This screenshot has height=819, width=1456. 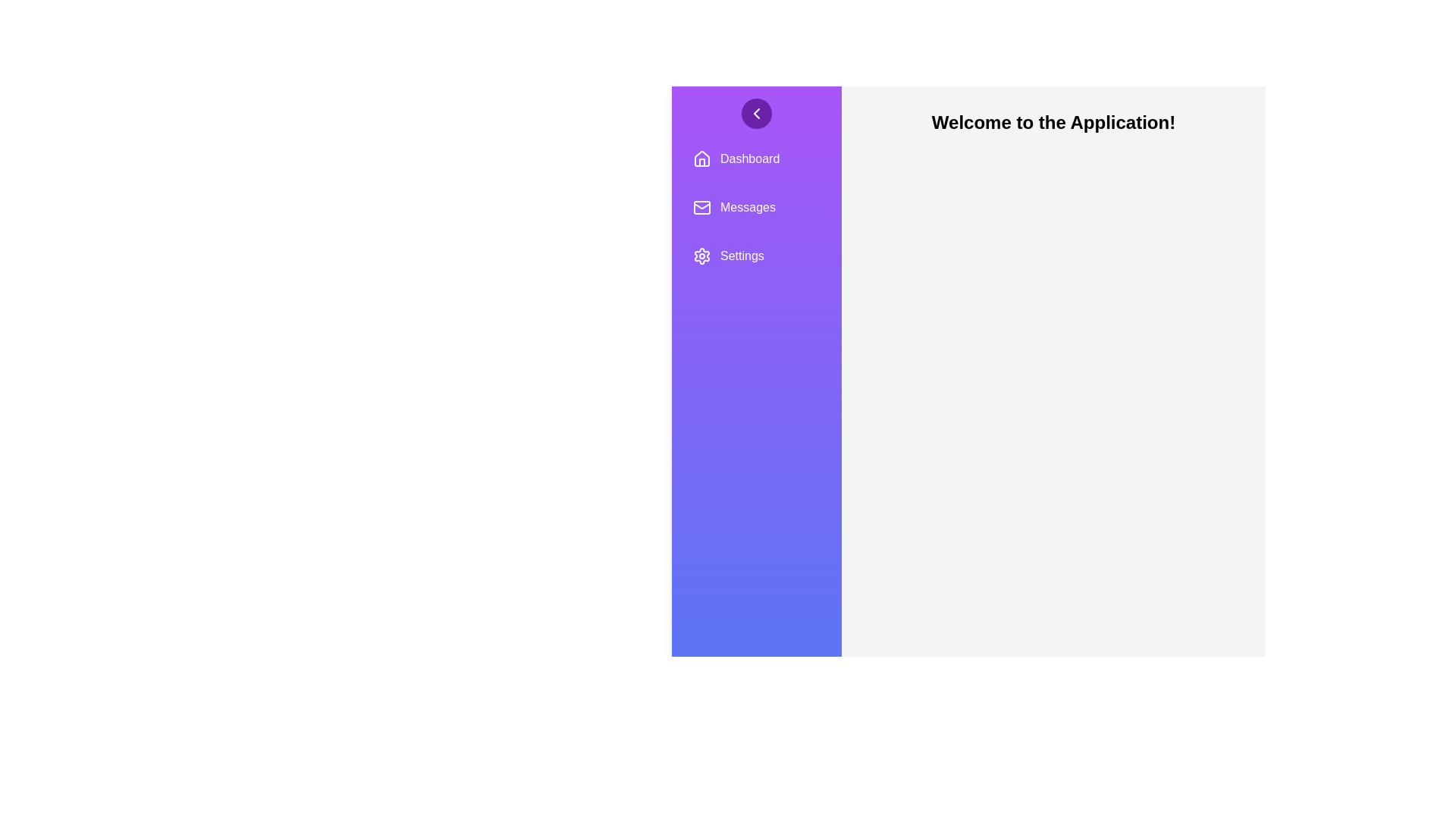 What do you see at coordinates (757, 207) in the screenshot?
I see `the 'Messages' item in the Navigation Menu located in the left-hand sidebar` at bounding box center [757, 207].